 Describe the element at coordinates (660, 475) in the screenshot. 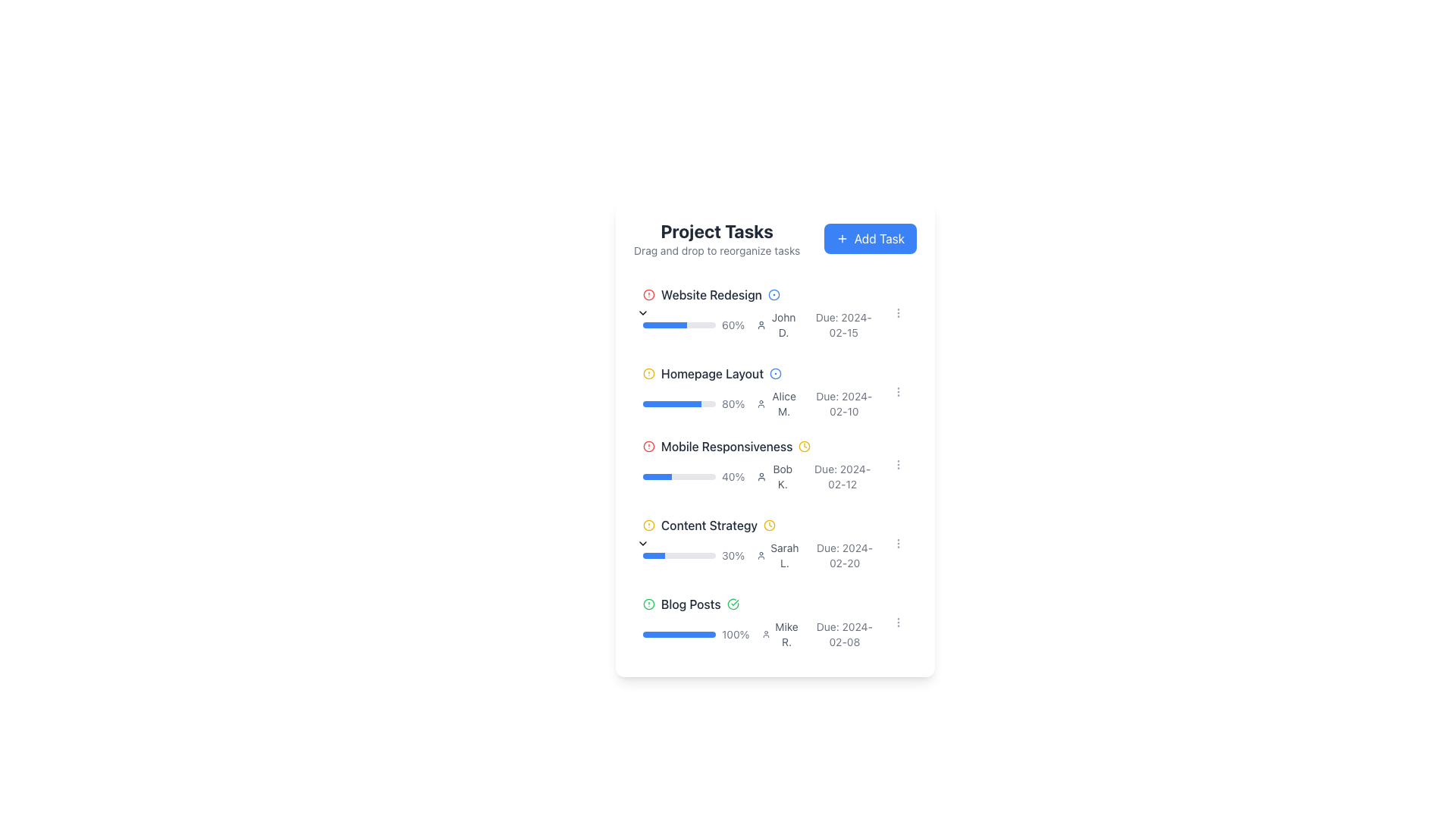

I see `progress` at that location.